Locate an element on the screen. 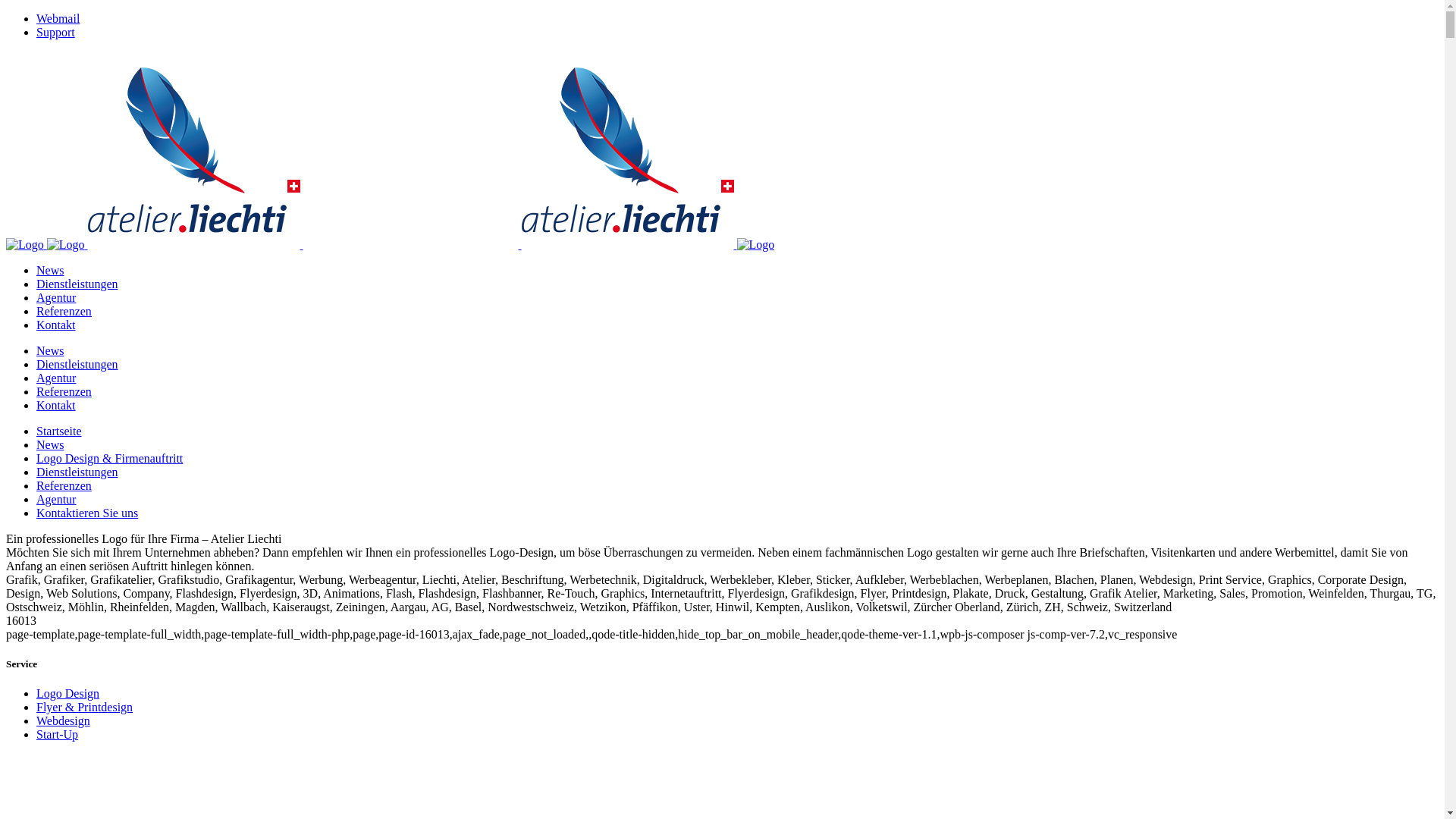  'News' is located at coordinates (50, 350).